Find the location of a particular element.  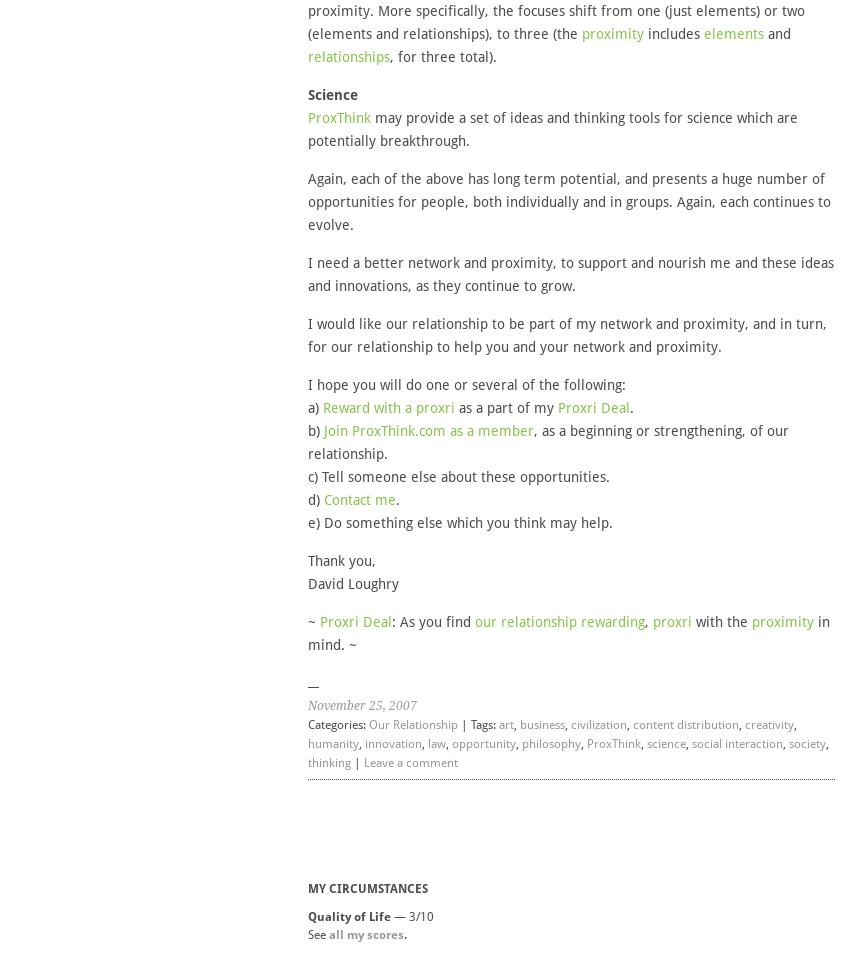

'content distribution' is located at coordinates (630, 724).